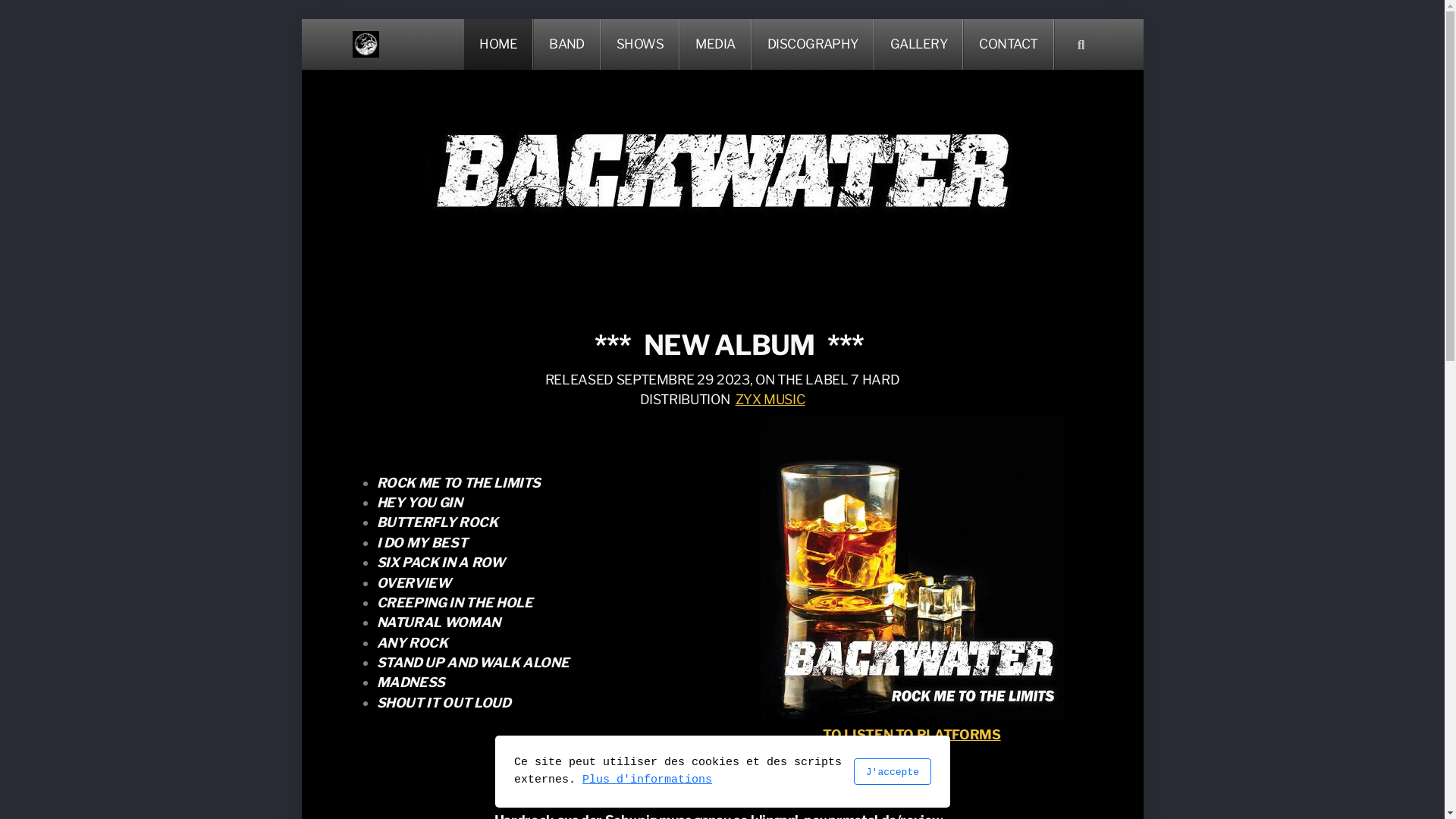 This screenshot has height=819, width=1456. What do you see at coordinates (498, 43) in the screenshot?
I see `'HOME'` at bounding box center [498, 43].